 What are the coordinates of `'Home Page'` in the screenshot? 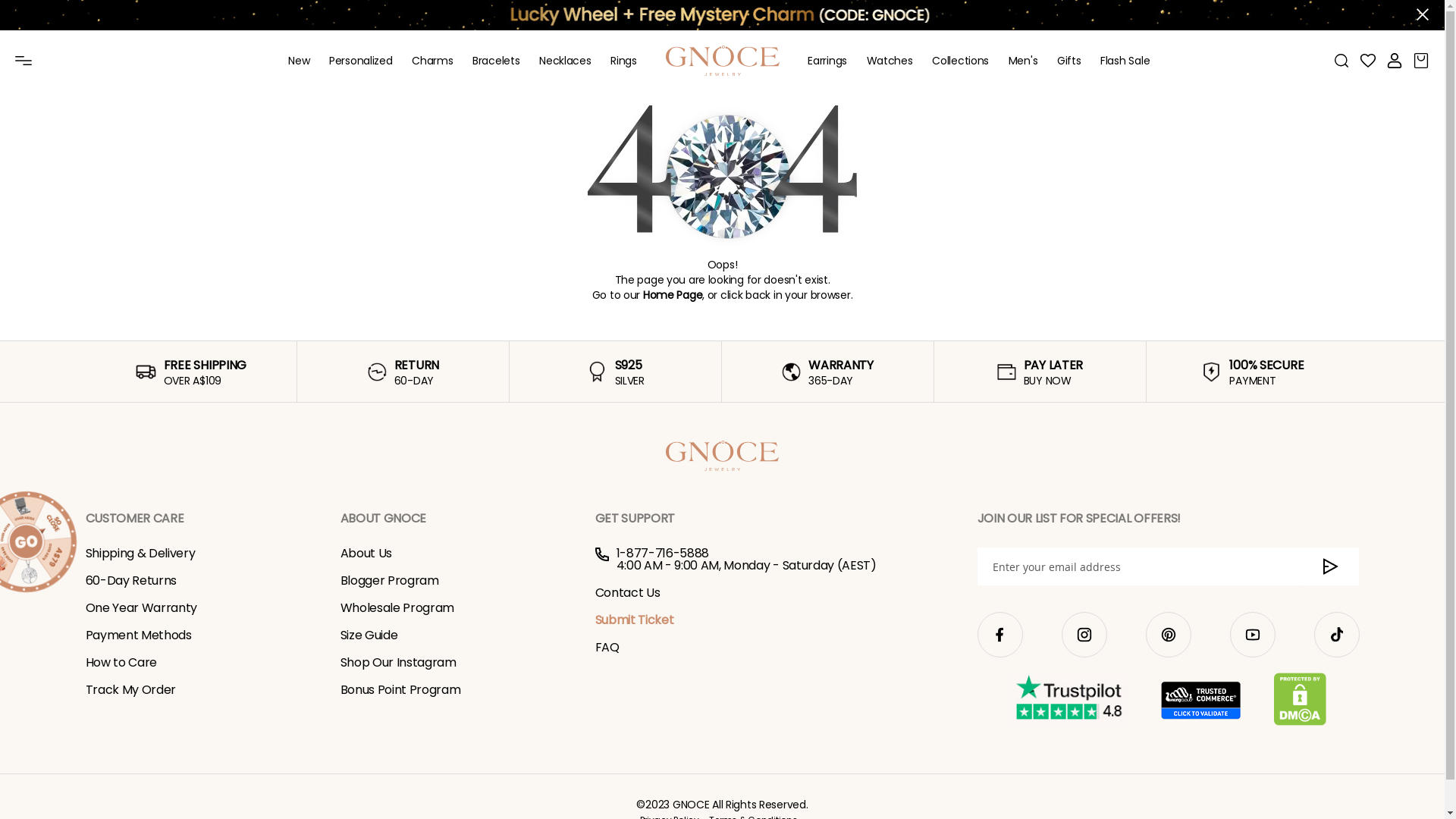 It's located at (672, 295).